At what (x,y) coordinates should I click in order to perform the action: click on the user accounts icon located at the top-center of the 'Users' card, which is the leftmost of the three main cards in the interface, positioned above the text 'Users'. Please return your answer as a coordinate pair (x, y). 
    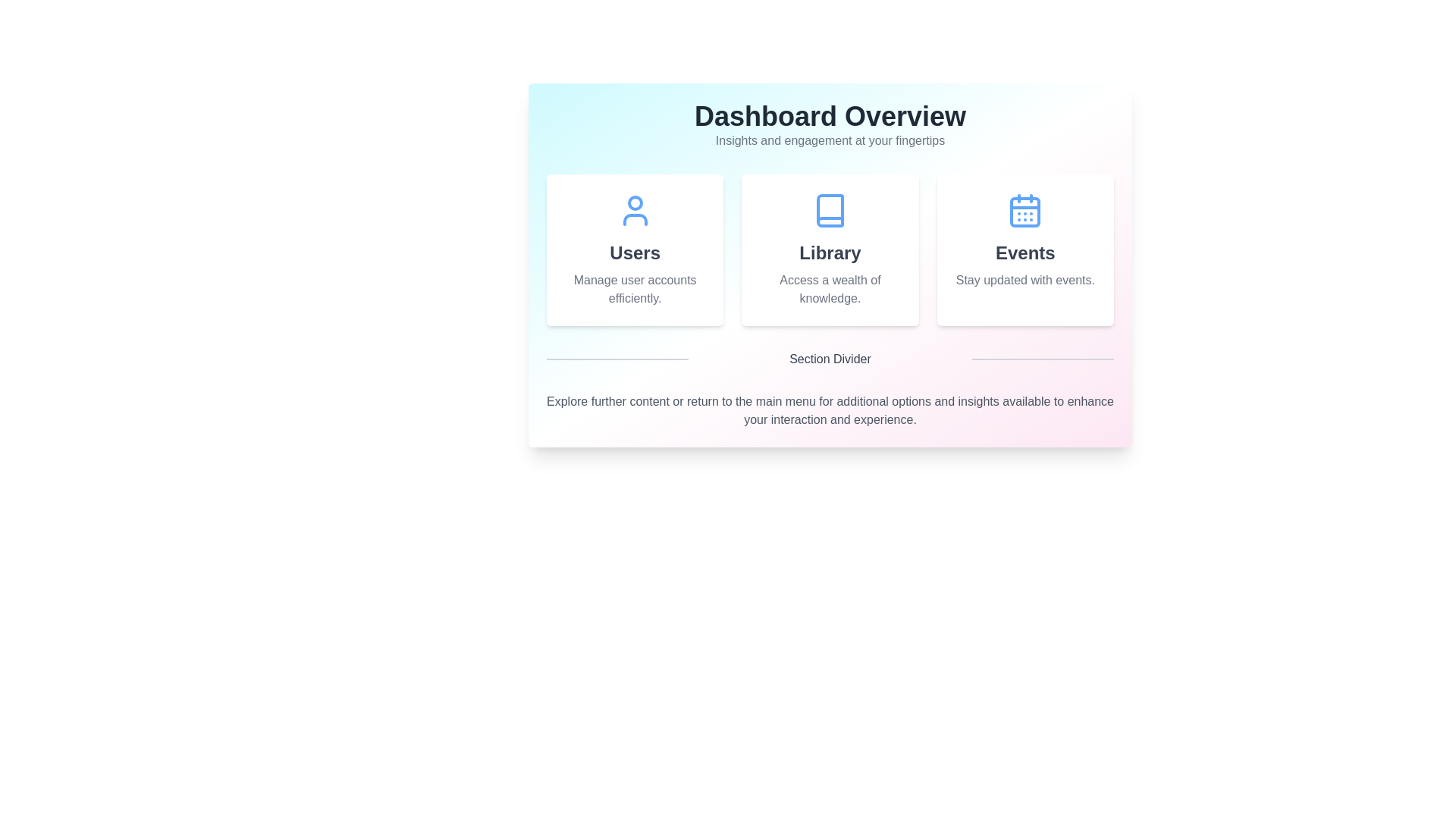
    Looking at the image, I should click on (635, 210).